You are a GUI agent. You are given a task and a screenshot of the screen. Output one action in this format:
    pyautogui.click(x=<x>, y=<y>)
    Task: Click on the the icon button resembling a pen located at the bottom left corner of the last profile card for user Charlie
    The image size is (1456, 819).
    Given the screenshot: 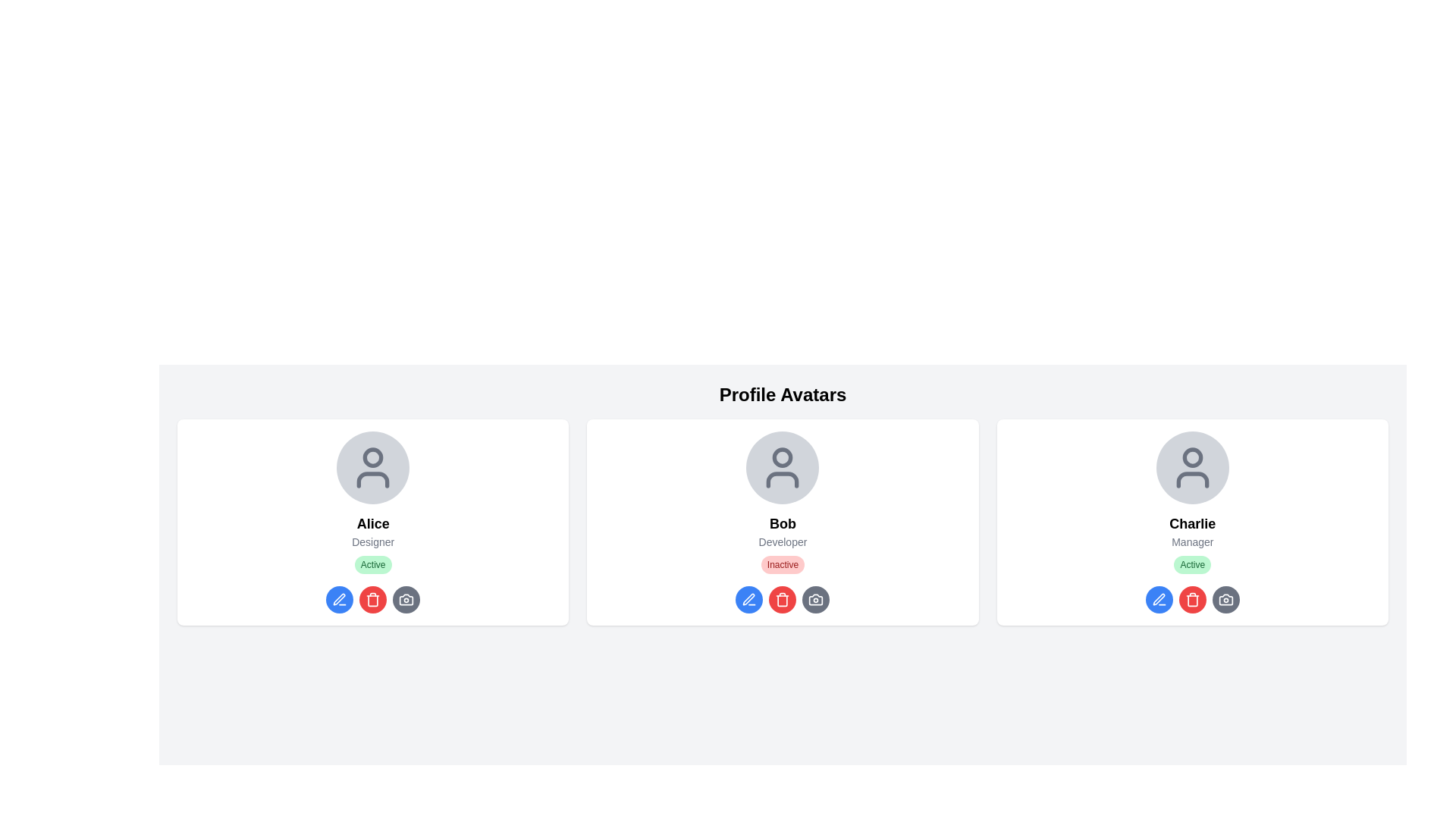 What is the action you would take?
    pyautogui.click(x=1158, y=598)
    